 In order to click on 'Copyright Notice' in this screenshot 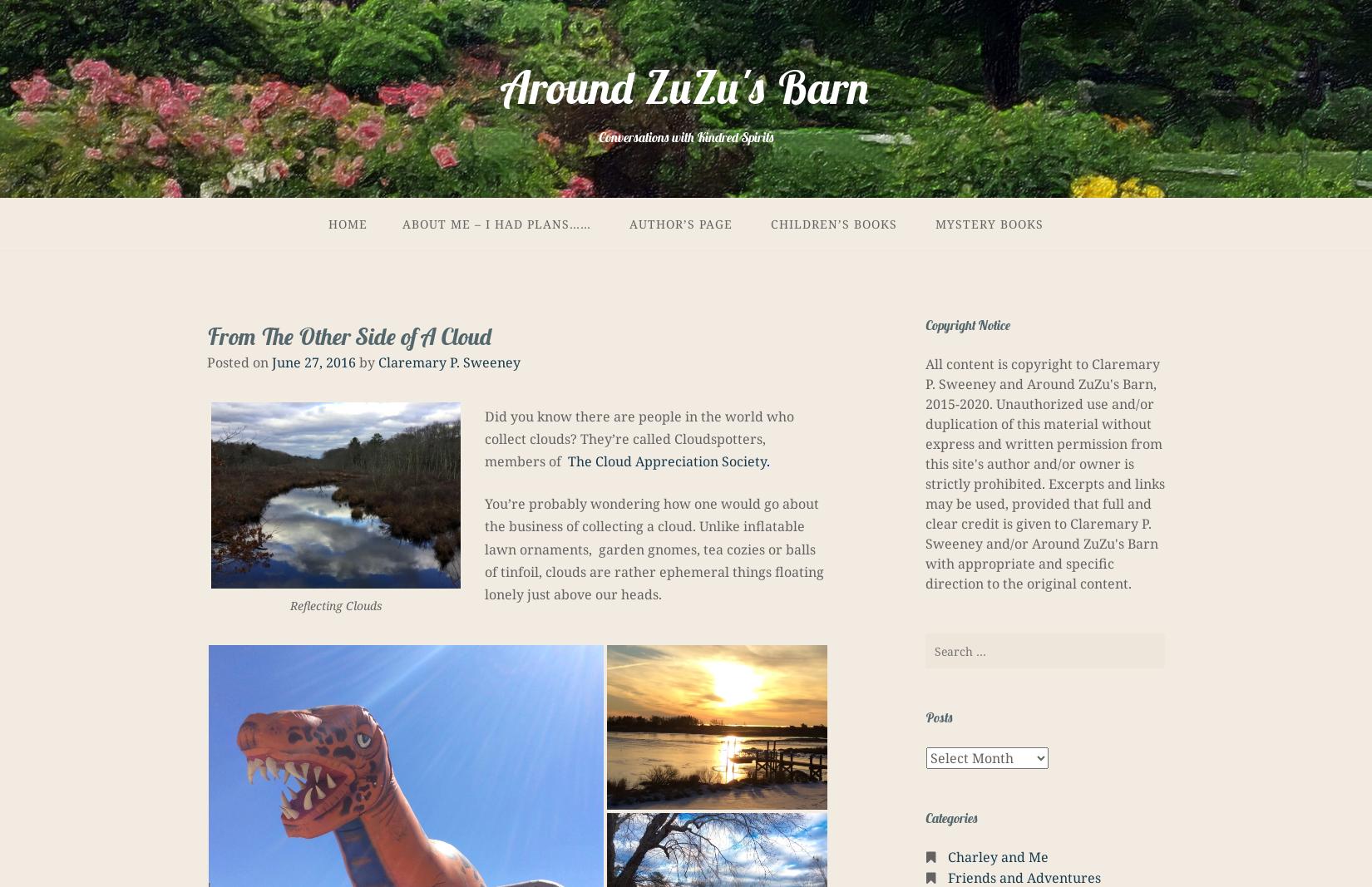, I will do `click(968, 323)`.